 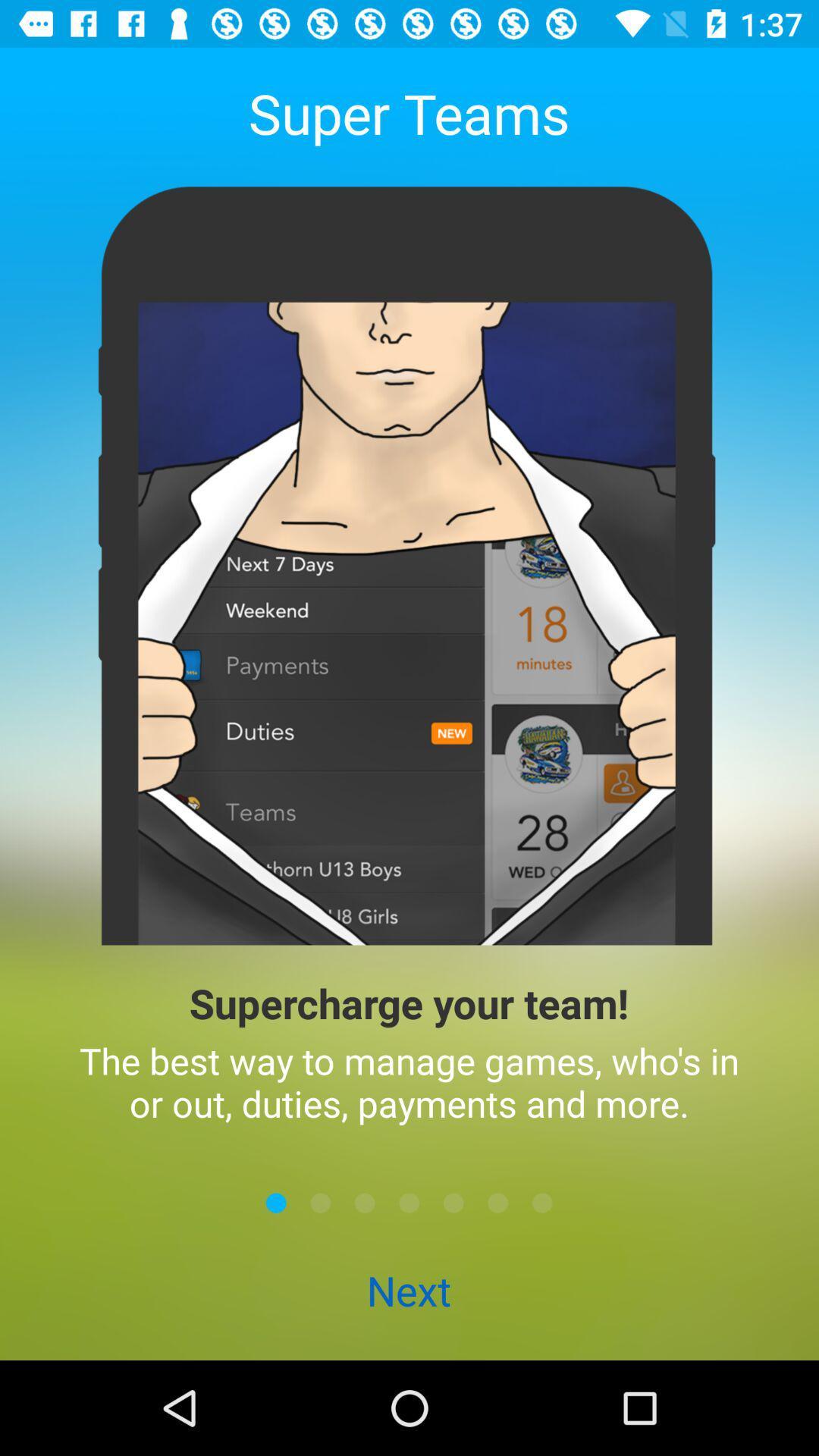 What do you see at coordinates (409, 1202) in the screenshot?
I see `next scren` at bounding box center [409, 1202].